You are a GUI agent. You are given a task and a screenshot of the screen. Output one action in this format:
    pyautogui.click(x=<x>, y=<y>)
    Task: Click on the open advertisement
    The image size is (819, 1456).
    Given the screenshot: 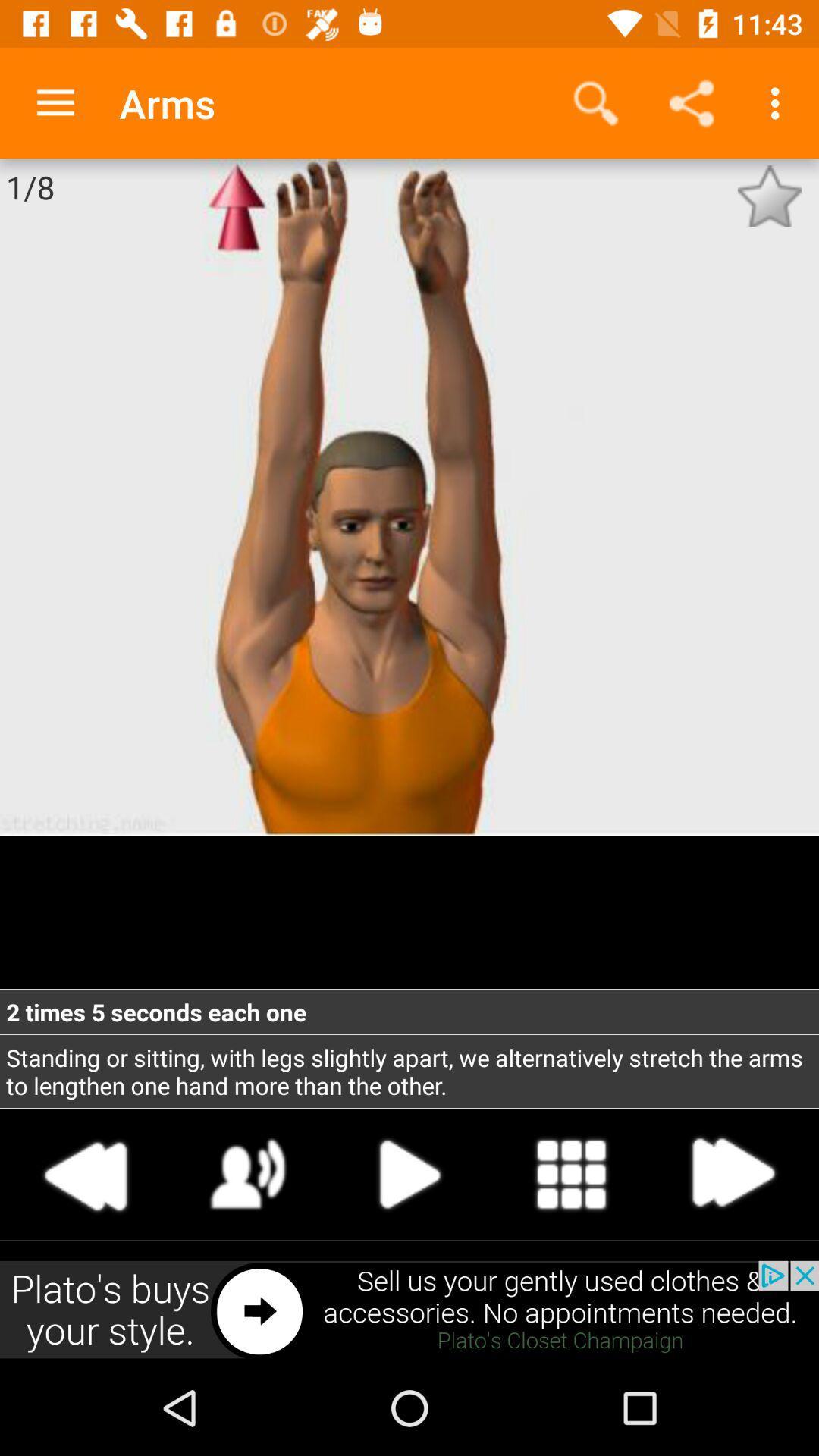 What is the action you would take?
    pyautogui.click(x=409, y=1310)
    